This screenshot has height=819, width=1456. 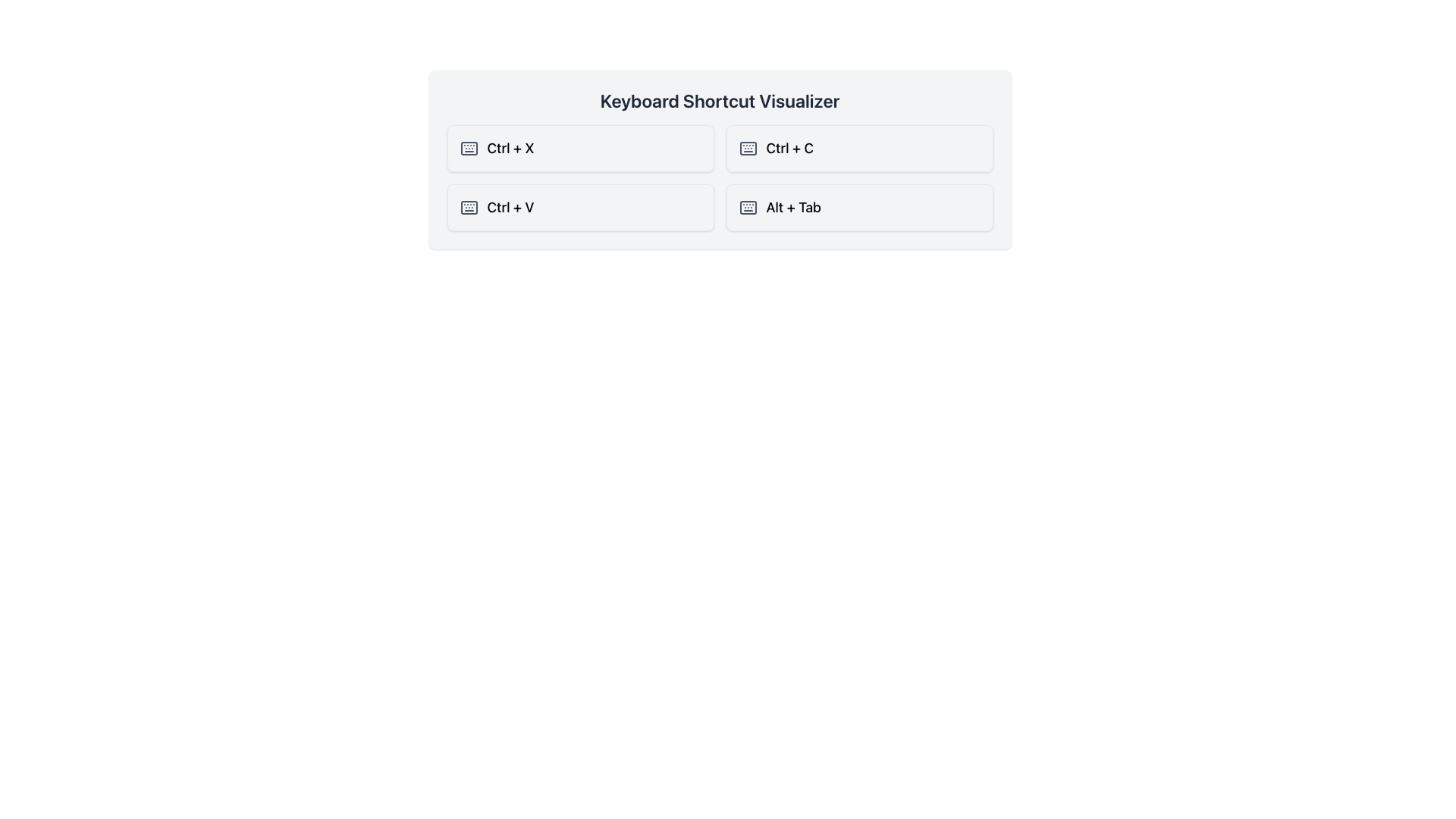 I want to click on the button labeled 'Alt + Tab' which is styled with rounded corners and a shadow, located in the bottom-right section of the grid layout, so click(x=859, y=207).